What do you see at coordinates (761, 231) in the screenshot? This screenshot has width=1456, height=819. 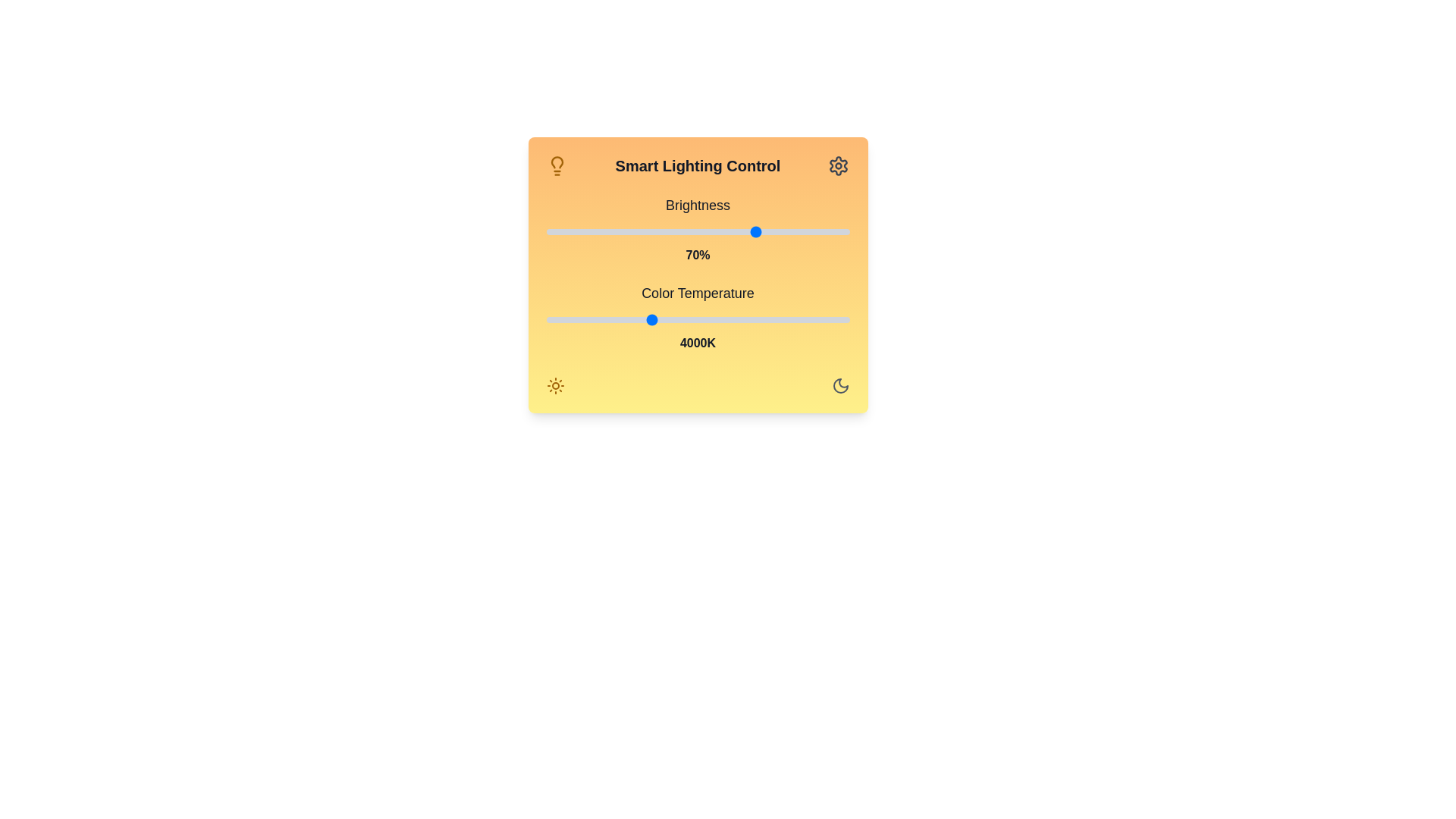 I see `the brightness slider to set the brightness to 71%` at bounding box center [761, 231].